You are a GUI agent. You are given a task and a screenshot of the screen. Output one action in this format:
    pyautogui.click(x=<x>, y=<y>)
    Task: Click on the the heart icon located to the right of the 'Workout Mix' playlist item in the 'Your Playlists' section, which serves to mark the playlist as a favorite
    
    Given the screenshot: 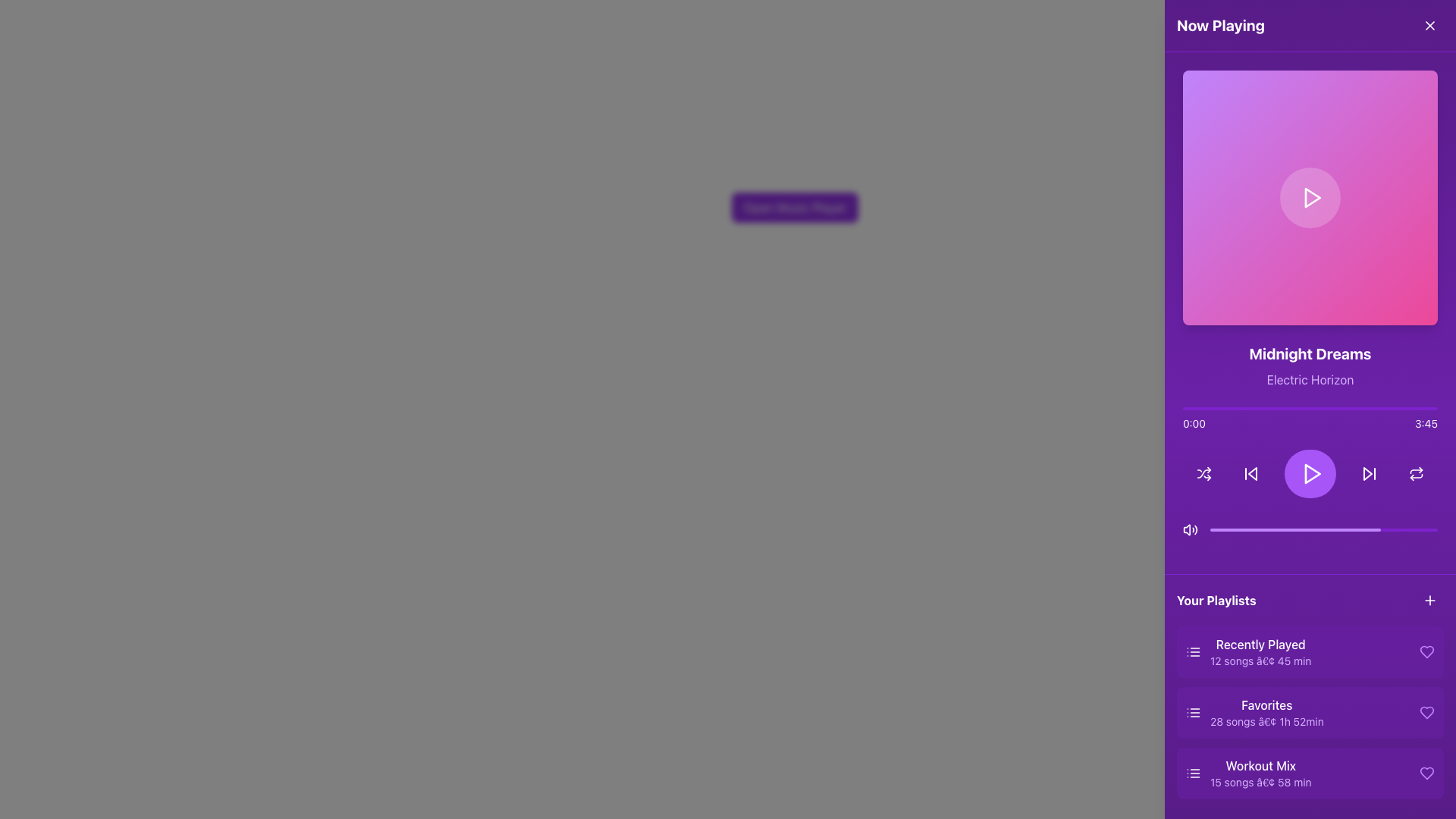 What is the action you would take?
    pyautogui.click(x=1426, y=773)
    